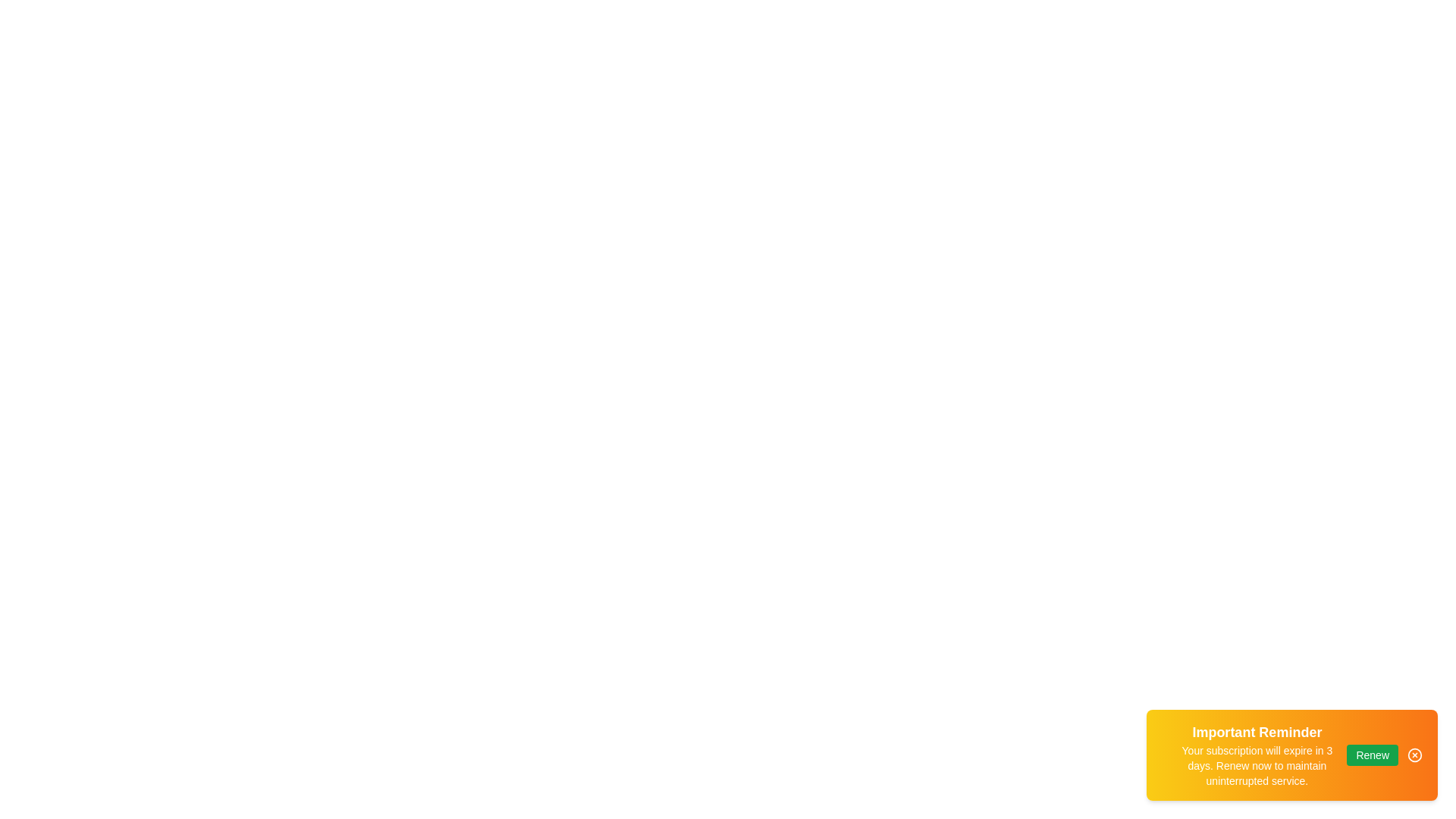 The height and width of the screenshot is (819, 1456). I want to click on close button to dismiss the notification, so click(1414, 755).